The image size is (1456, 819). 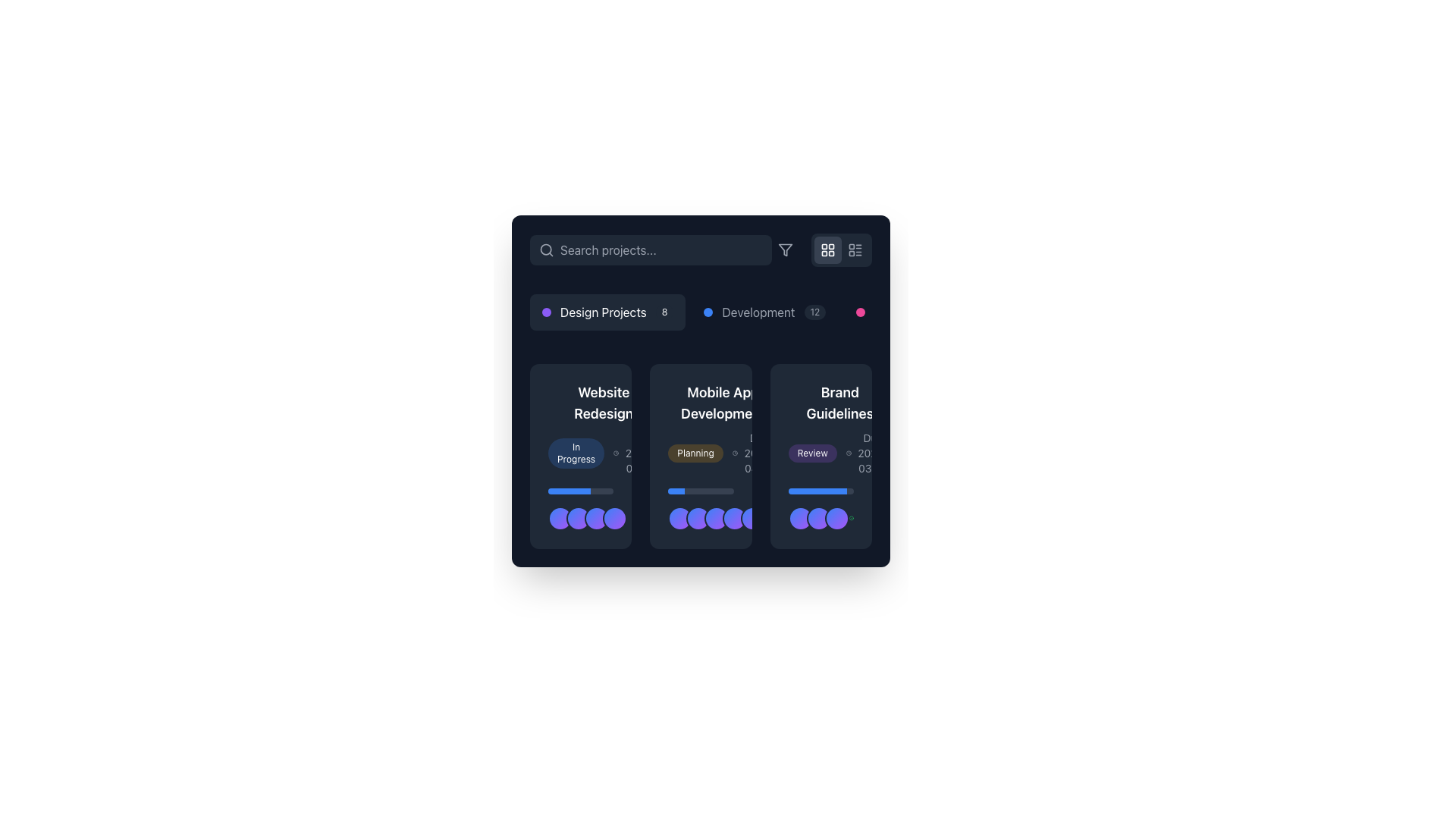 What do you see at coordinates (873, 452) in the screenshot?
I see `the static text label displaying 'Due 2024-03-10' located in the bottom-right corner of the 'Brand Guidelines' card` at bounding box center [873, 452].